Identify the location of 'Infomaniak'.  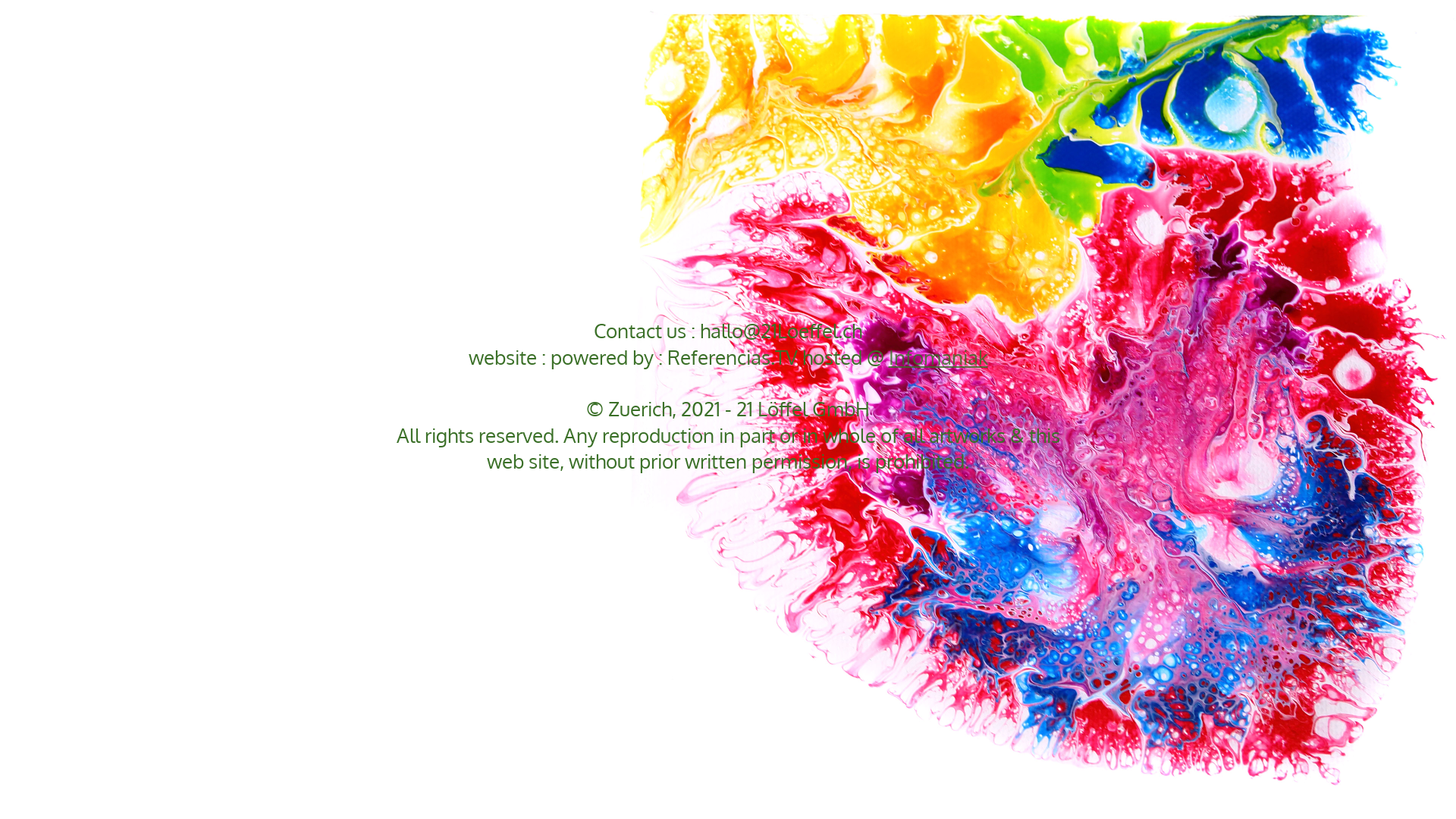
(937, 356).